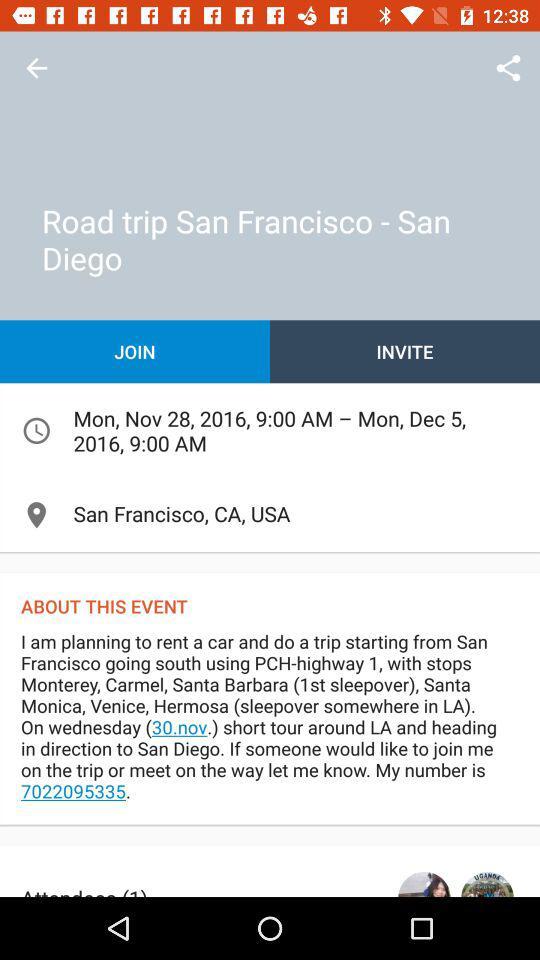 This screenshot has height=960, width=540. Describe the element at coordinates (36, 68) in the screenshot. I see `the item at the top left corner` at that location.